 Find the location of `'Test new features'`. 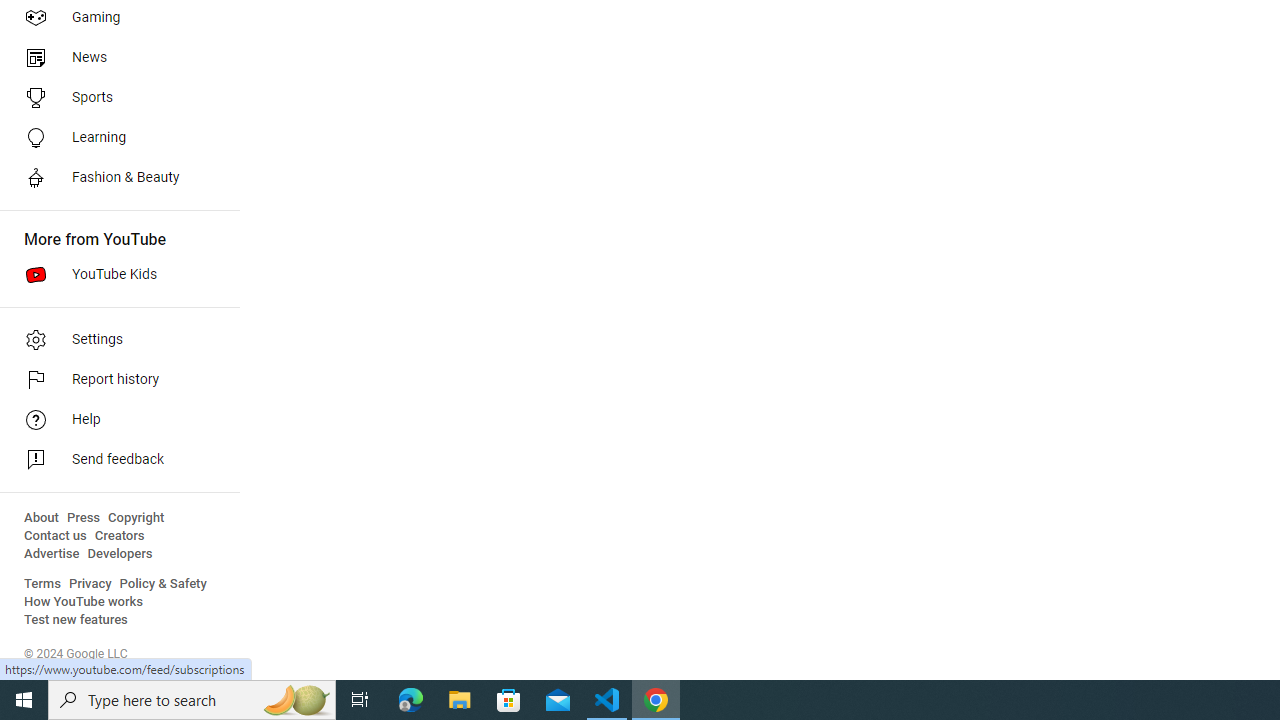

'Test new features' is located at coordinates (76, 619).